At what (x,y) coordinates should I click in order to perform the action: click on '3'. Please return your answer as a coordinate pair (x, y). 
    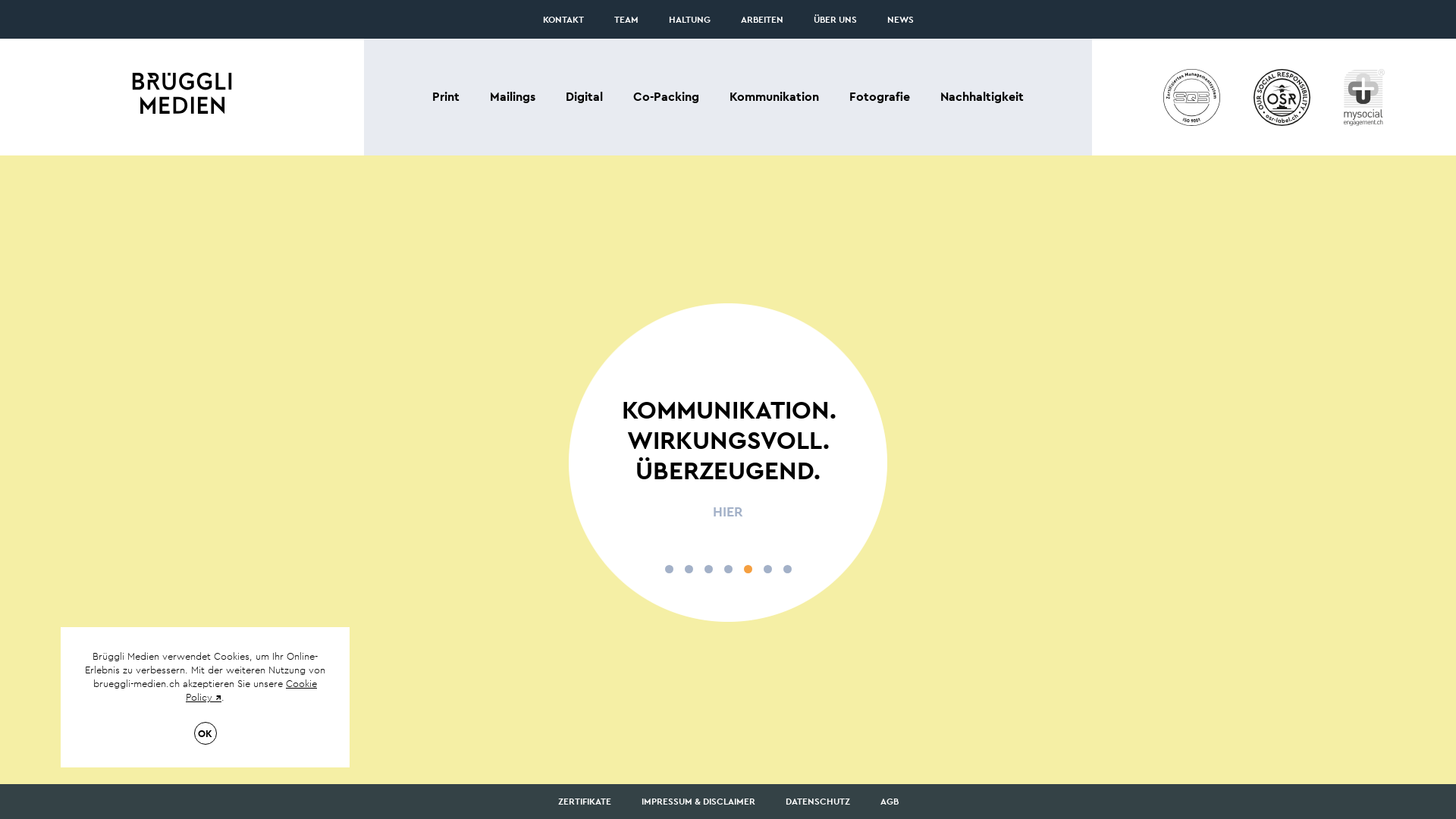
    Looking at the image, I should click on (707, 569).